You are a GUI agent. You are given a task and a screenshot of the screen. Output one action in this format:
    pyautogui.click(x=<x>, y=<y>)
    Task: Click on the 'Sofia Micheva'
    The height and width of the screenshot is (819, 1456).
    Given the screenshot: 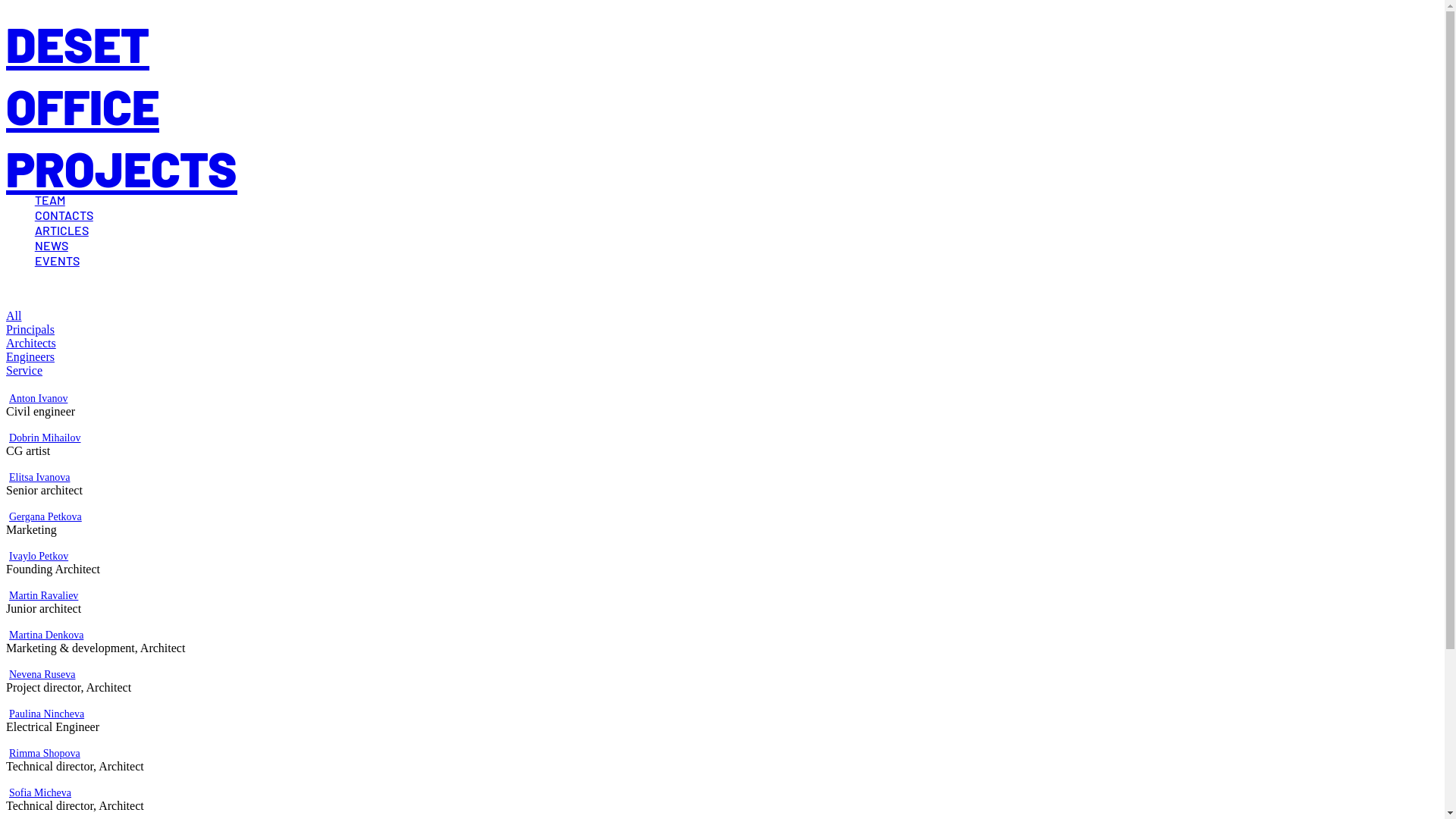 What is the action you would take?
    pyautogui.click(x=39, y=792)
    